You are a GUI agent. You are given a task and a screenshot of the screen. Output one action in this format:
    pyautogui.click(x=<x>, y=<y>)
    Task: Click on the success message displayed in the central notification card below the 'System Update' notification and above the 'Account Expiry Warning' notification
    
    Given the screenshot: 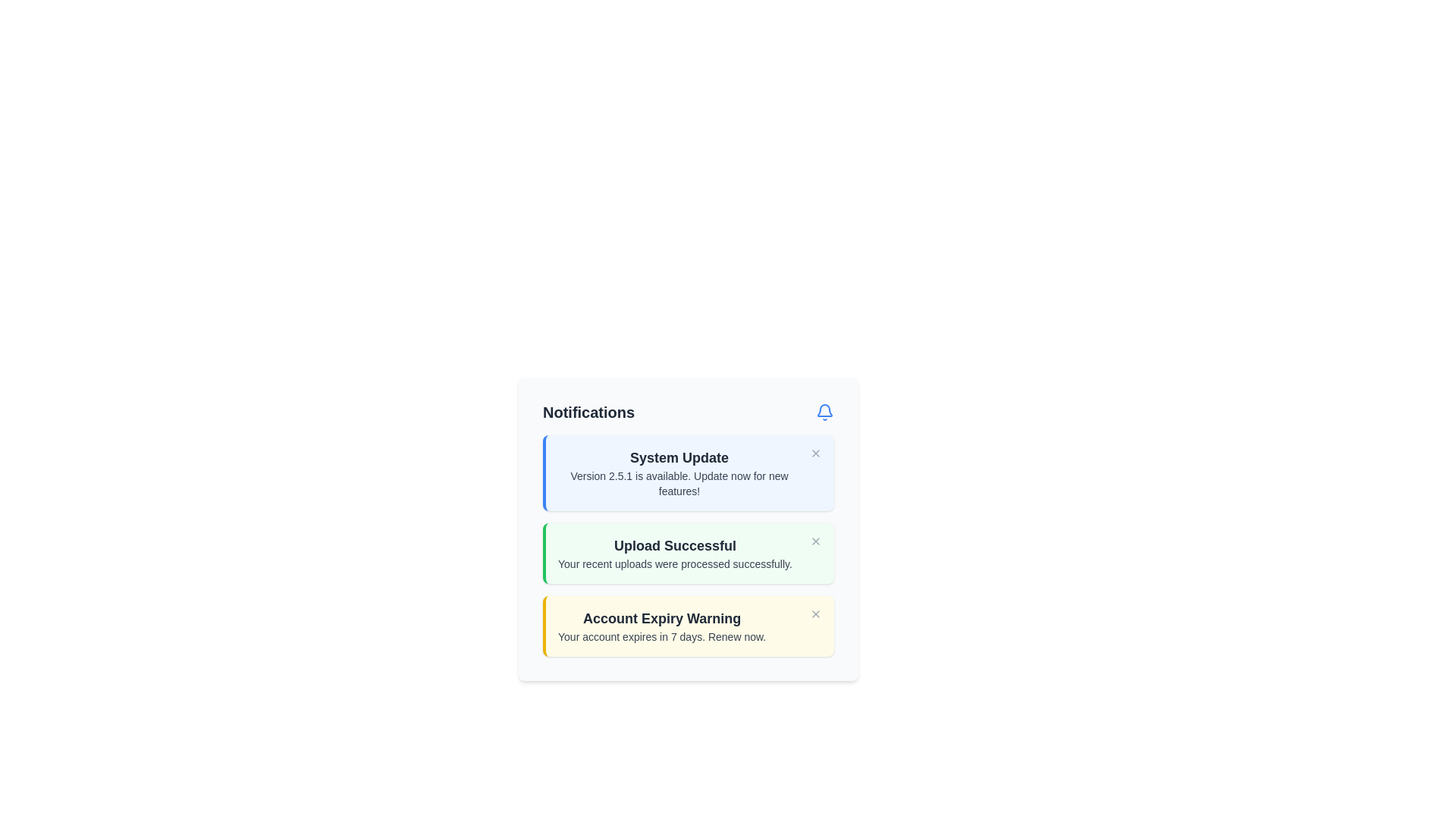 What is the action you would take?
    pyautogui.click(x=689, y=553)
    